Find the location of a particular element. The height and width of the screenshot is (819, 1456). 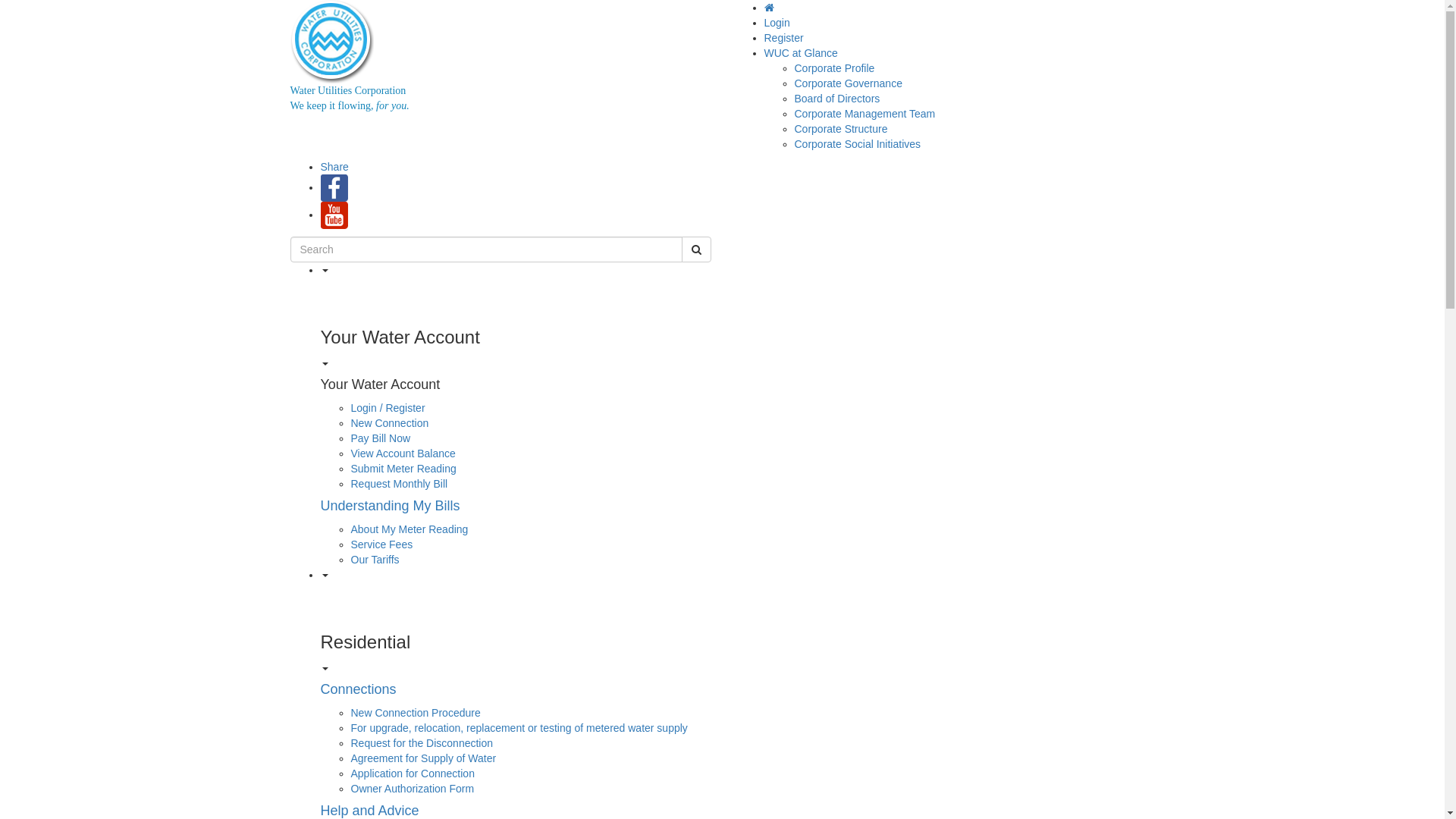

'Connections' is located at coordinates (319, 689).